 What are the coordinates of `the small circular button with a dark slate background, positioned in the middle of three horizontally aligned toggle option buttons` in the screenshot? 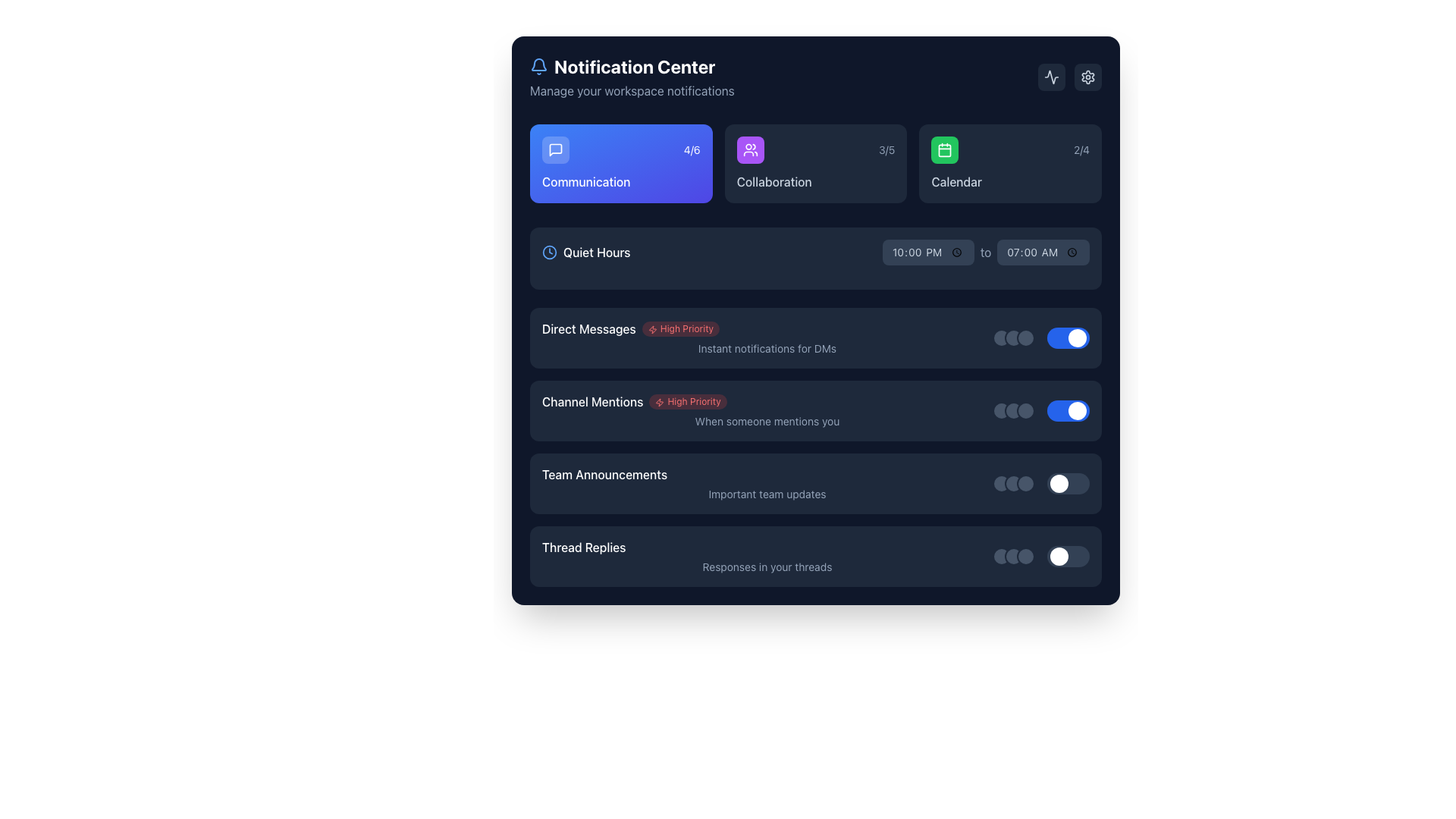 It's located at (1014, 411).